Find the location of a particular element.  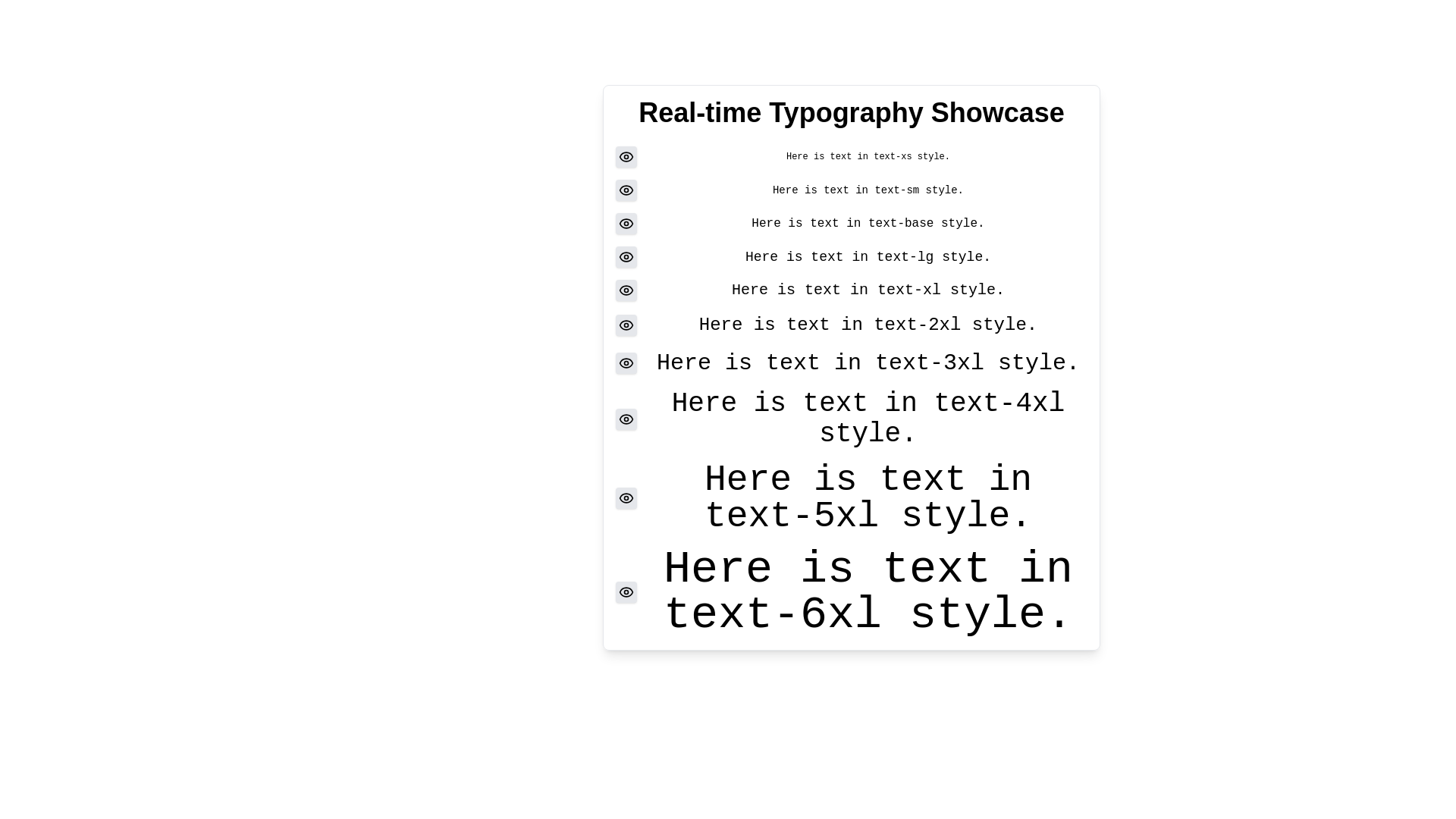

the text display component that shows sample text in text-xs style, positioned at the top of the 'Real-time Typography Showcase' section is located at coordinates (852, 157).